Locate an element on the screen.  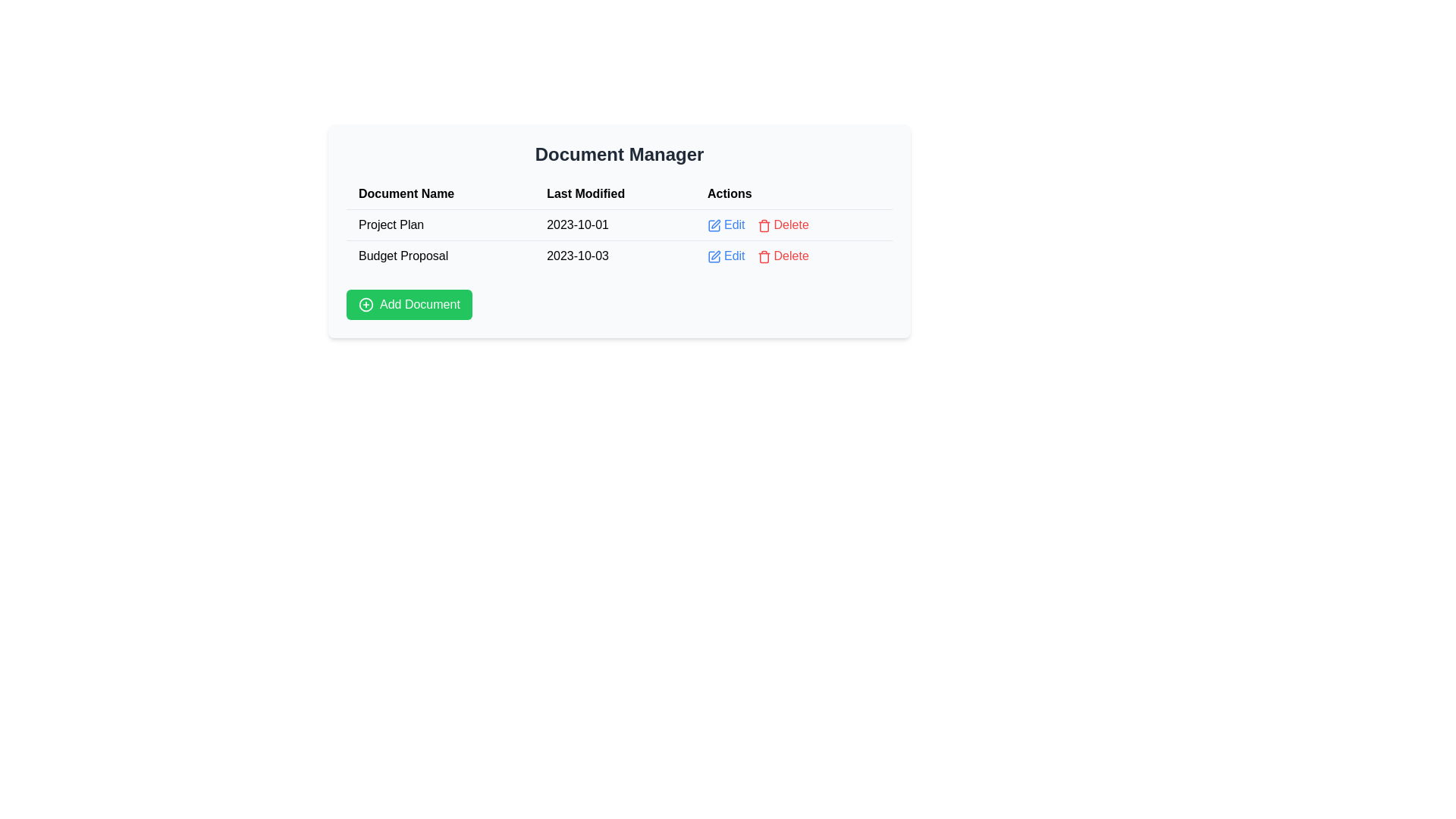
the small pencil icon in the 'Actions' column of the first row to initiate an edit action is located at coordinates (715, 224).